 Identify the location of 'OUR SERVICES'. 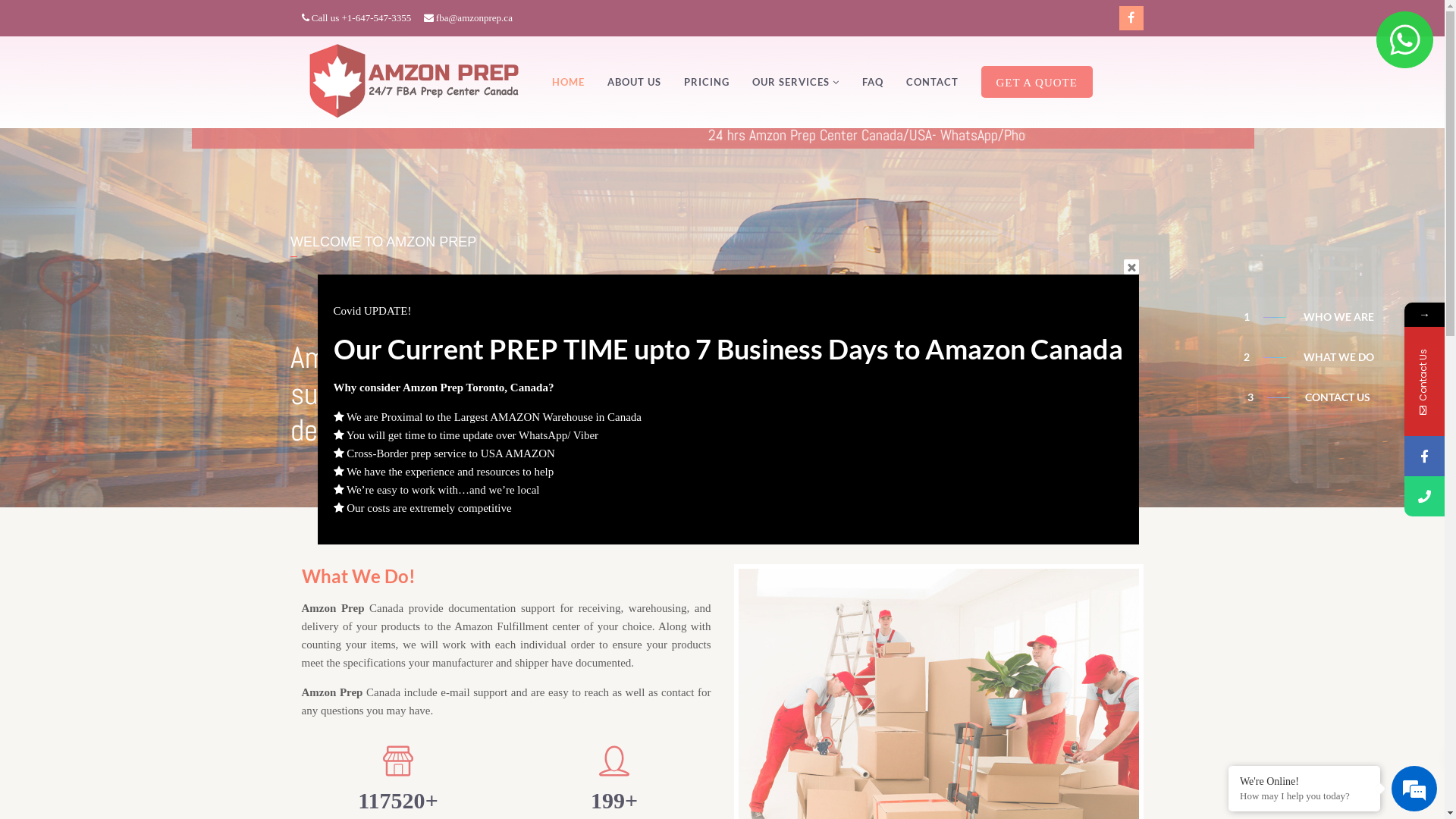
(752, 82).